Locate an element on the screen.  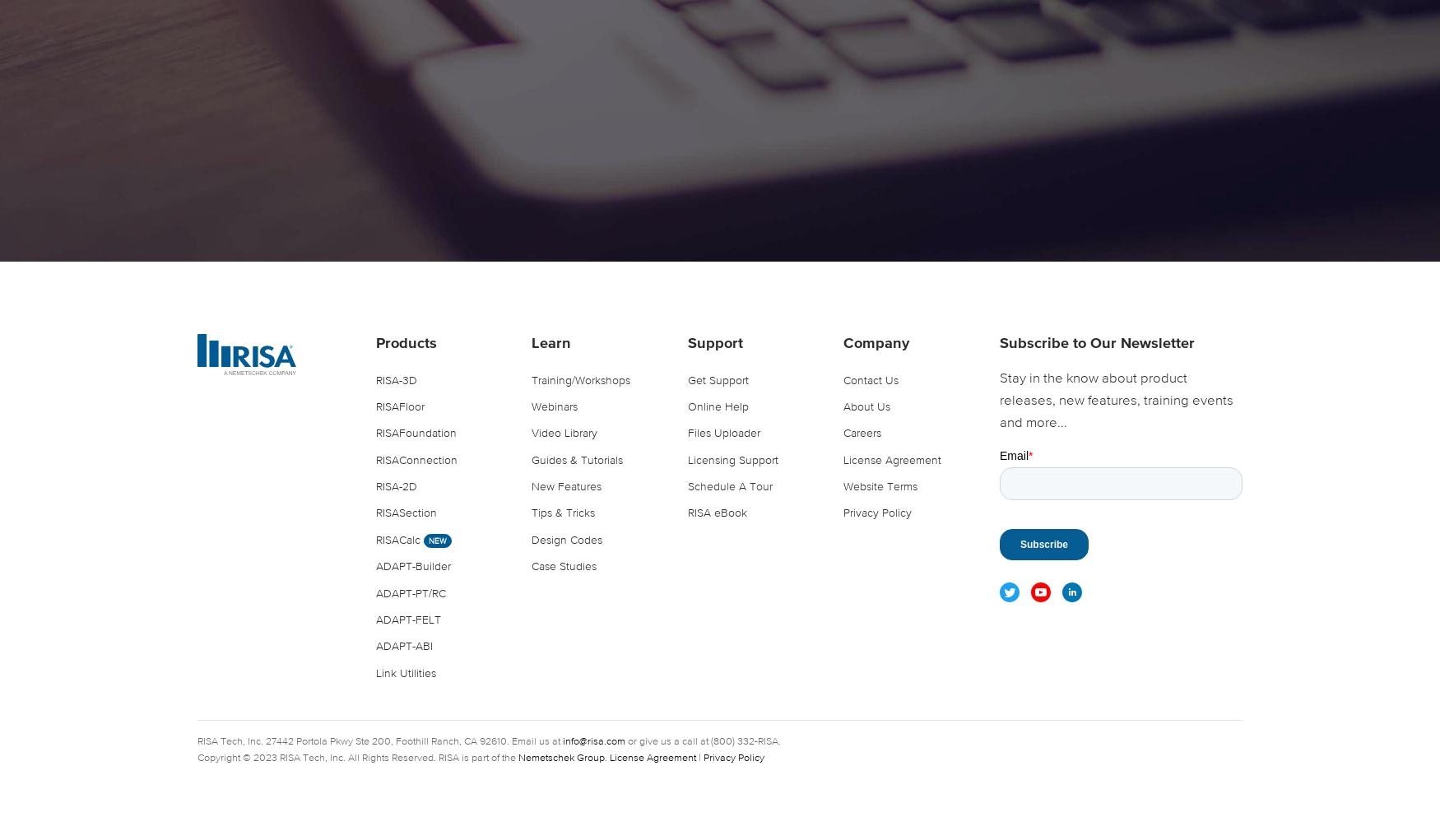
'Get Support' is located at coordinates (718, 380).